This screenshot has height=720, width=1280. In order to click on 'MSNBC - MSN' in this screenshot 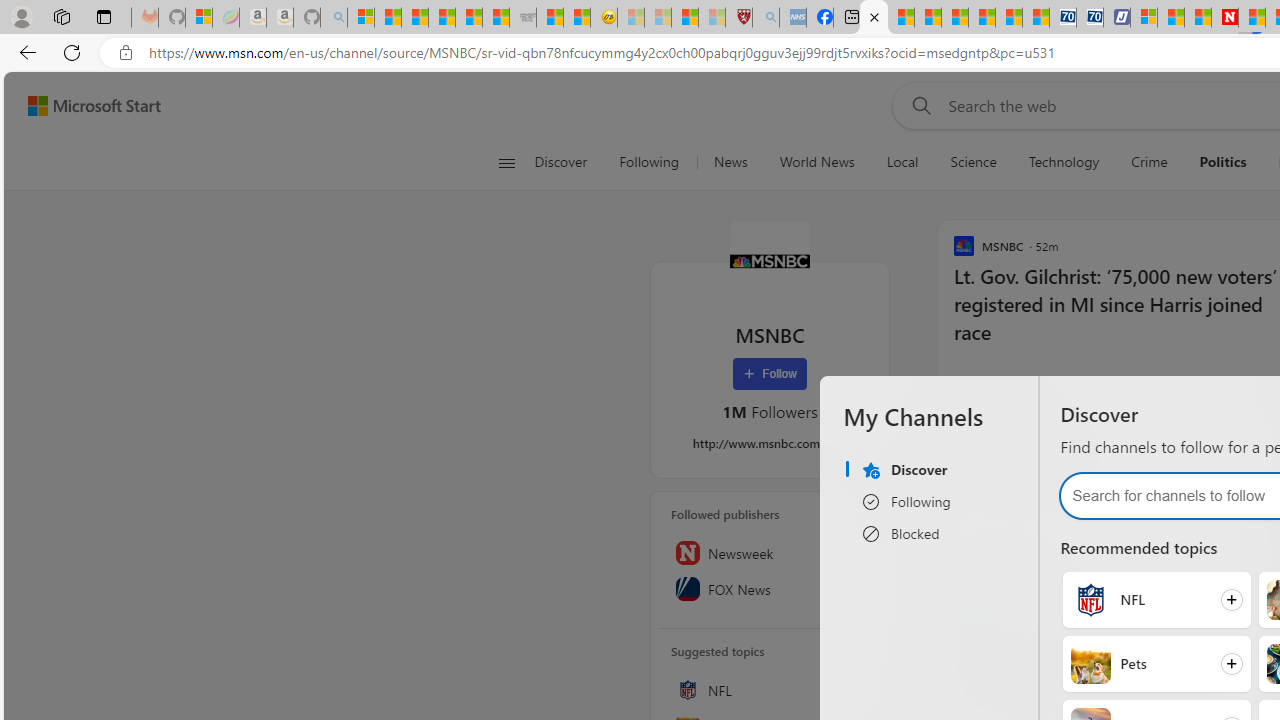, I will do `click(874, 17)`.